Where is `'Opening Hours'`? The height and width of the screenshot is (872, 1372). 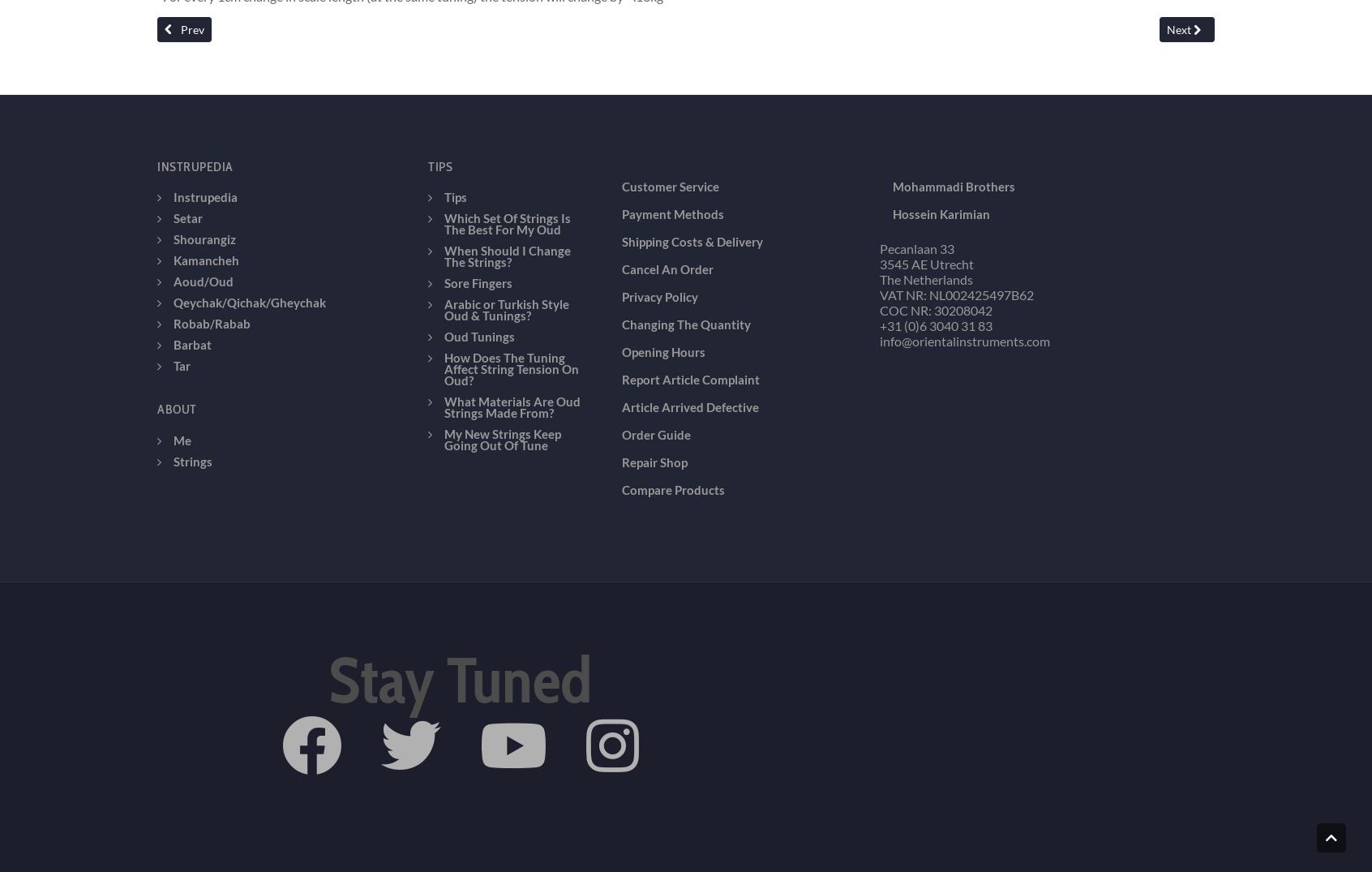 'Opening Hours' is located at coordinates (662, 236).